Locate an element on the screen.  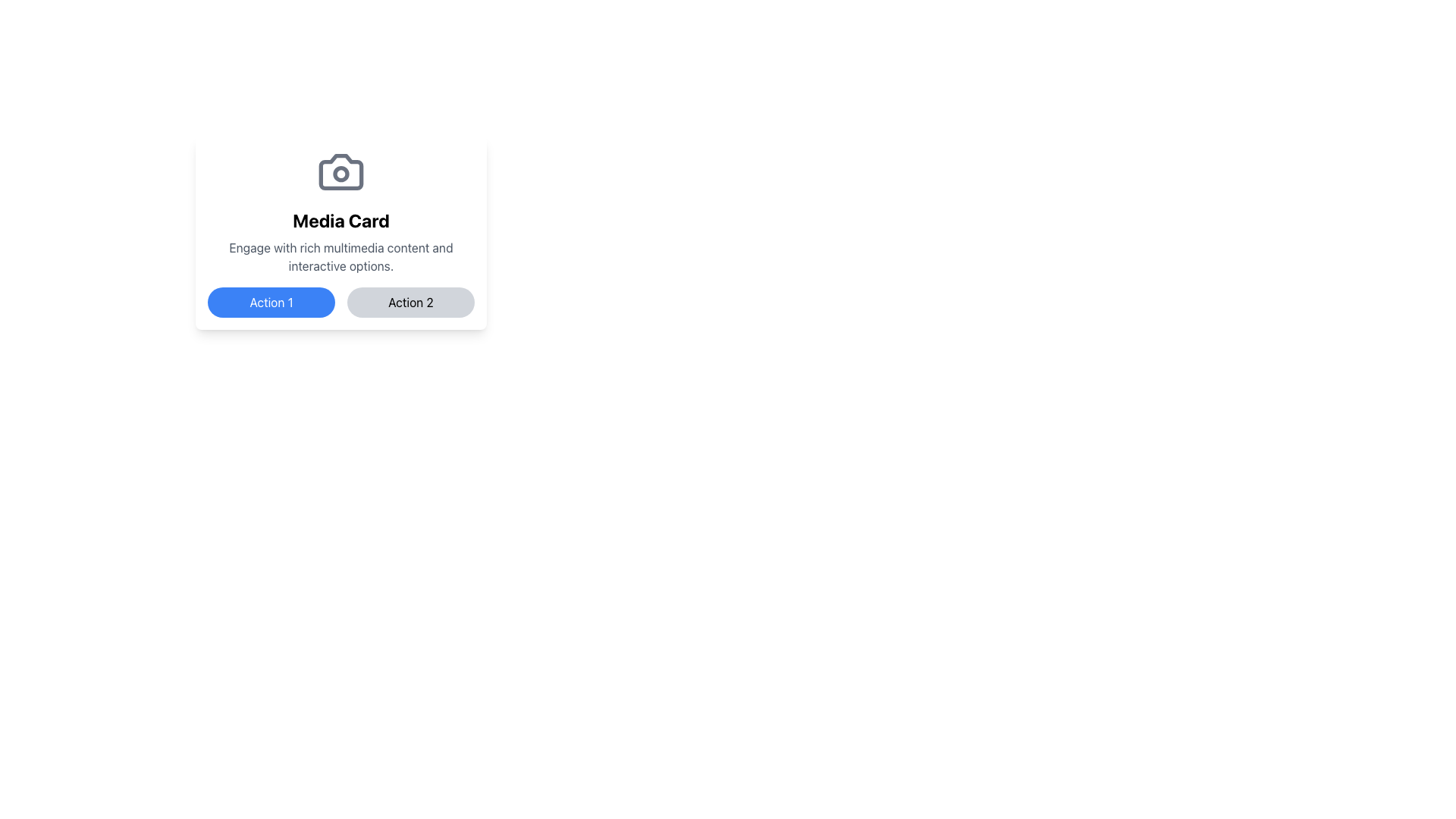
the button labeled 'Action 1' is located at coordinates (271, 302).